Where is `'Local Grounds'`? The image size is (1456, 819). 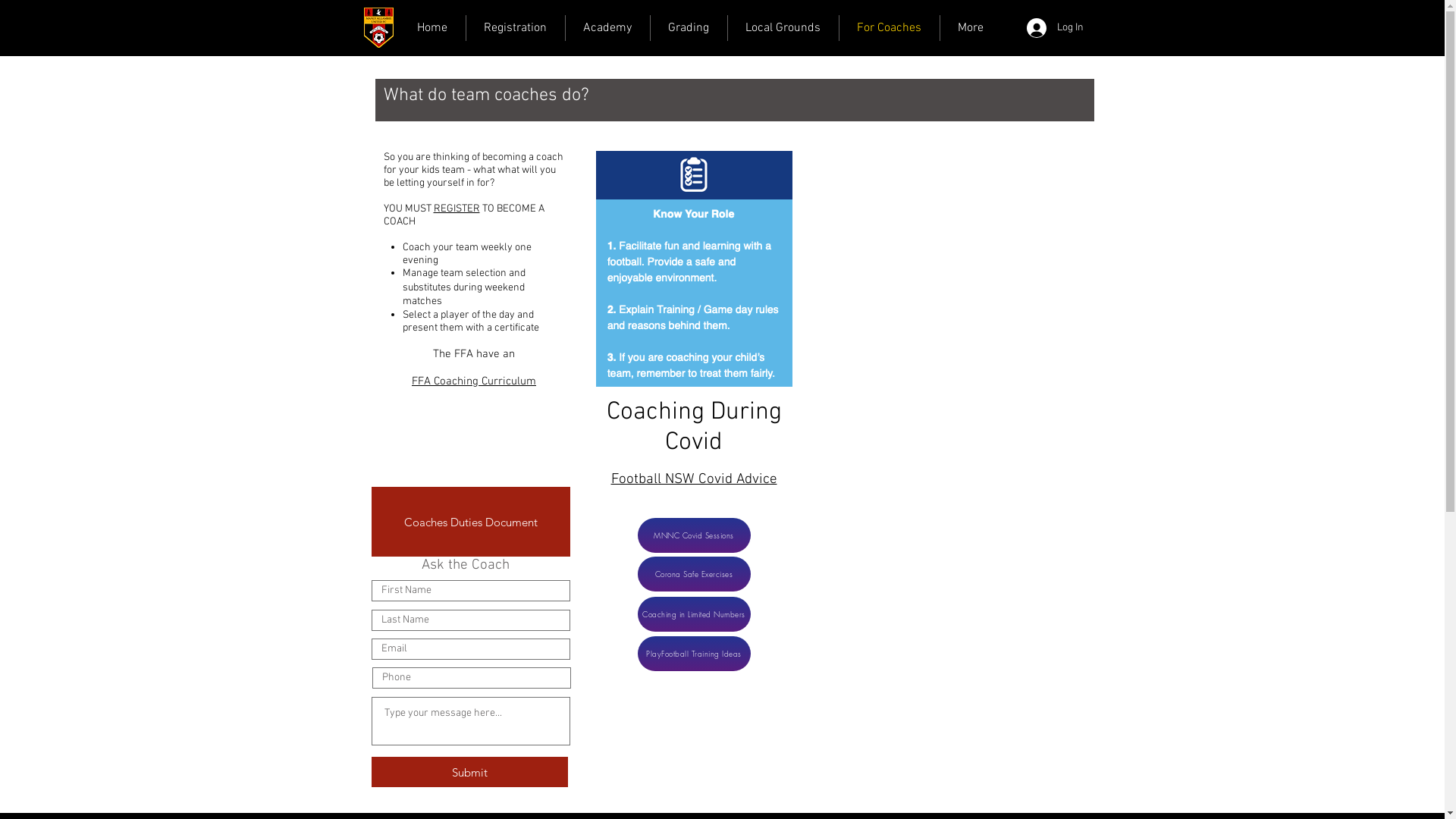
'Local Grounds' is located at coordinates (783, 28).